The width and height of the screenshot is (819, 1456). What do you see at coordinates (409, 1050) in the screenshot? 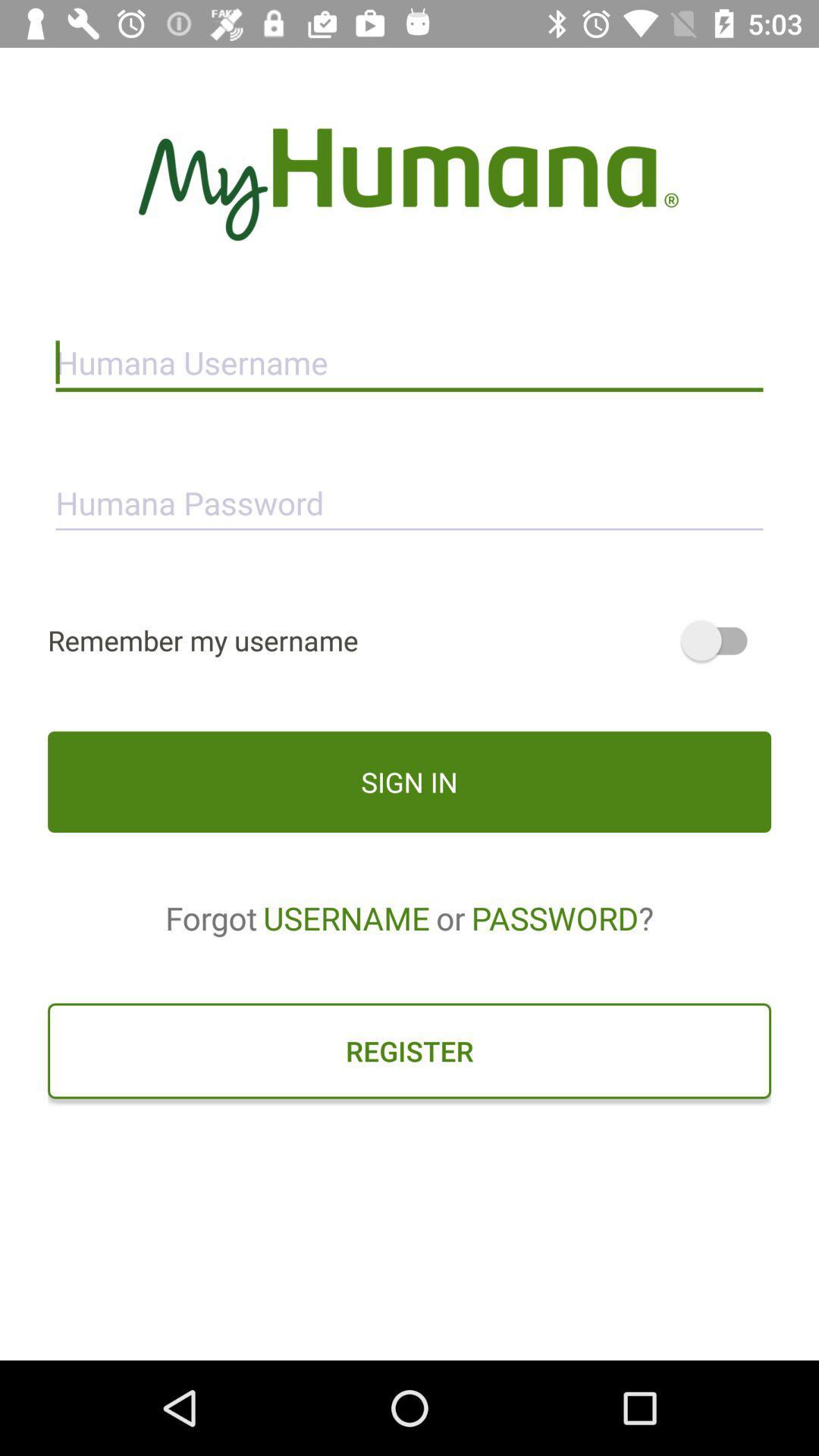
I see `icon below the forgot` at bounding box center [409, 1050].